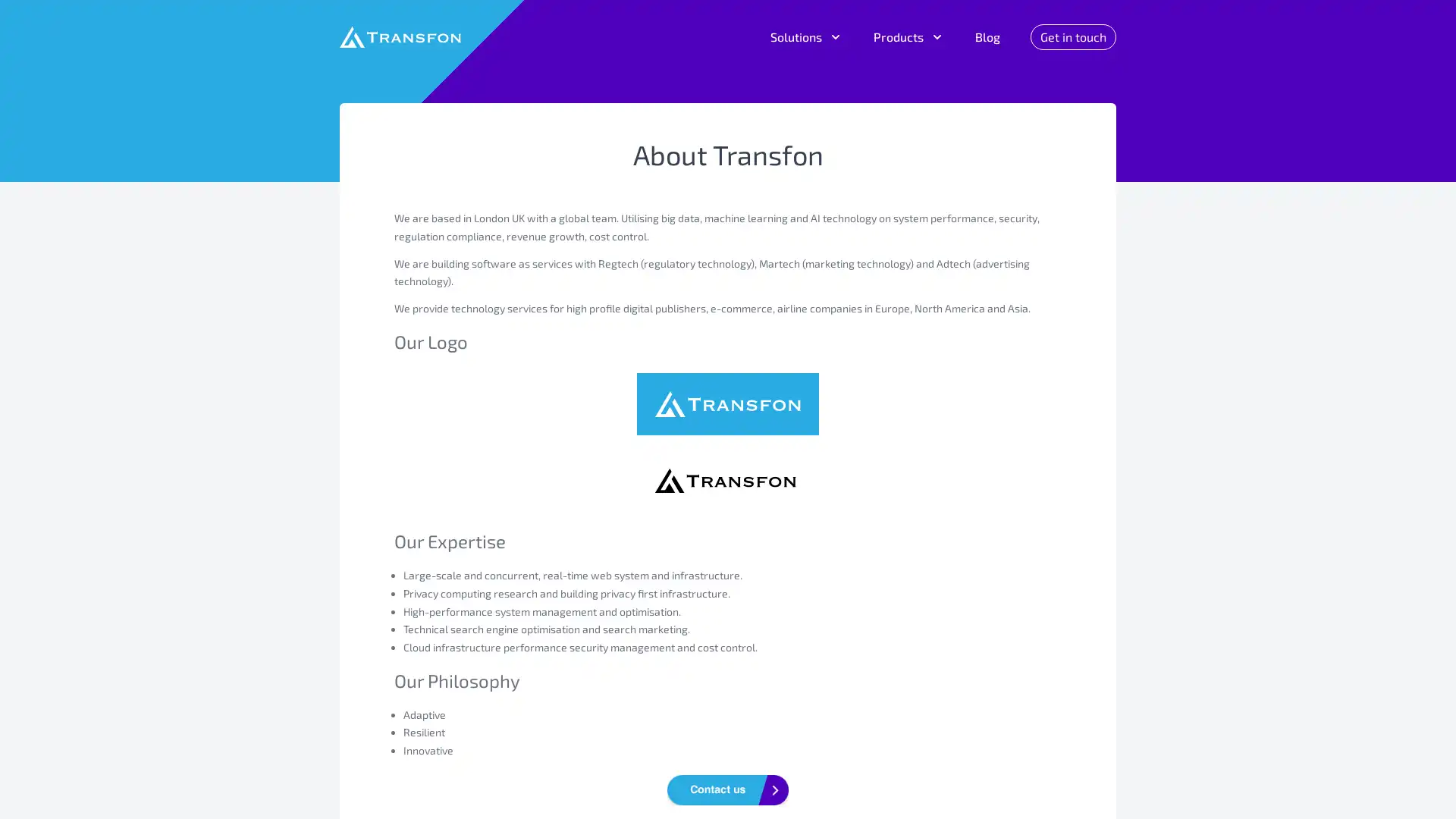 The height and width of the screenshot is (819, 1456). Describe the element at coordinates (806, 36) in the screenshot. I see `Solutions` at that location.